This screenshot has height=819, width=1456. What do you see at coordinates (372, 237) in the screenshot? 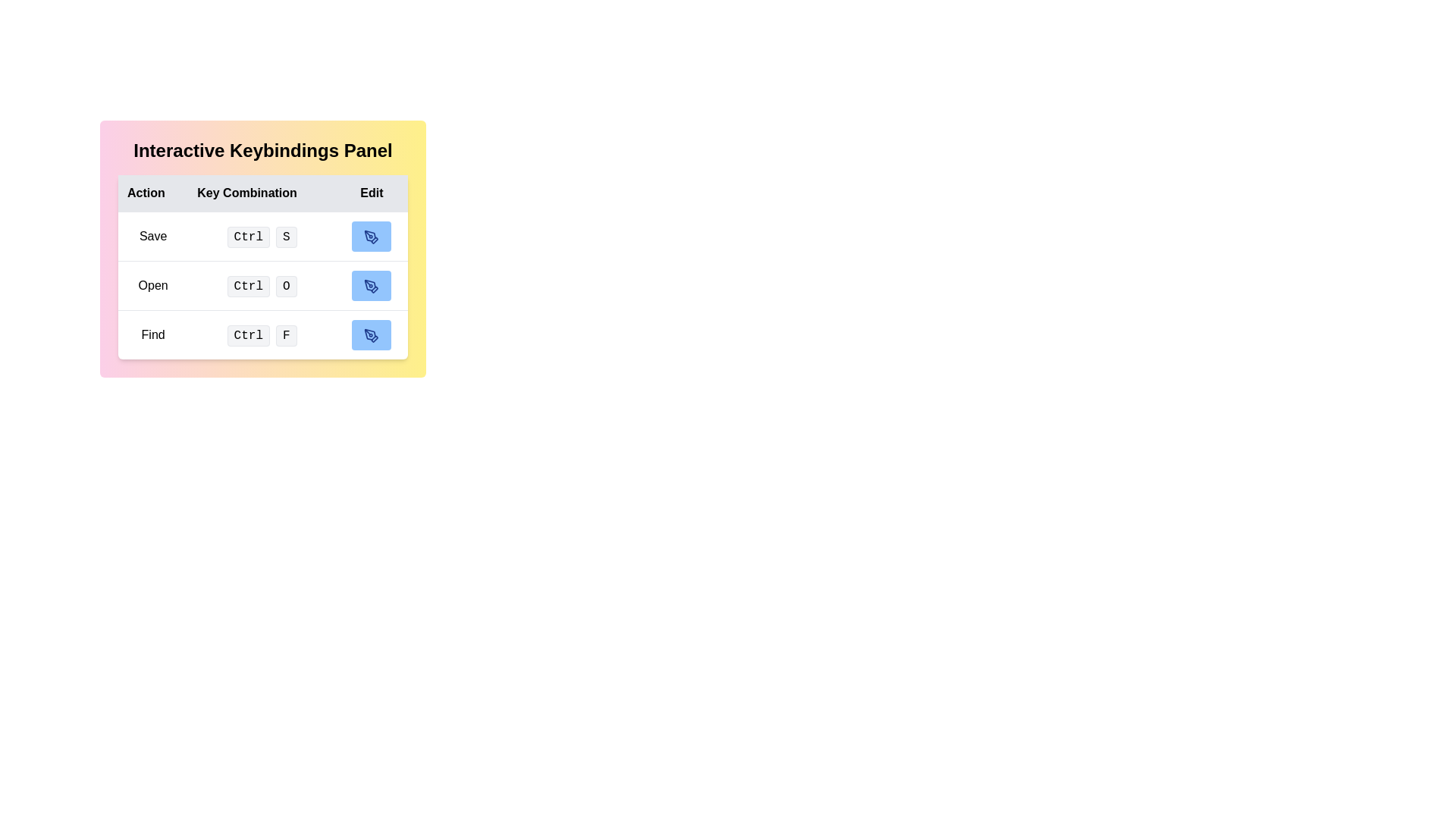
I see `the Icon Button in the 'Edit' column corresponding to the 'Save' action in the 'Interactive Keybindings Panel' to interact` at bounding box center [372, 237].